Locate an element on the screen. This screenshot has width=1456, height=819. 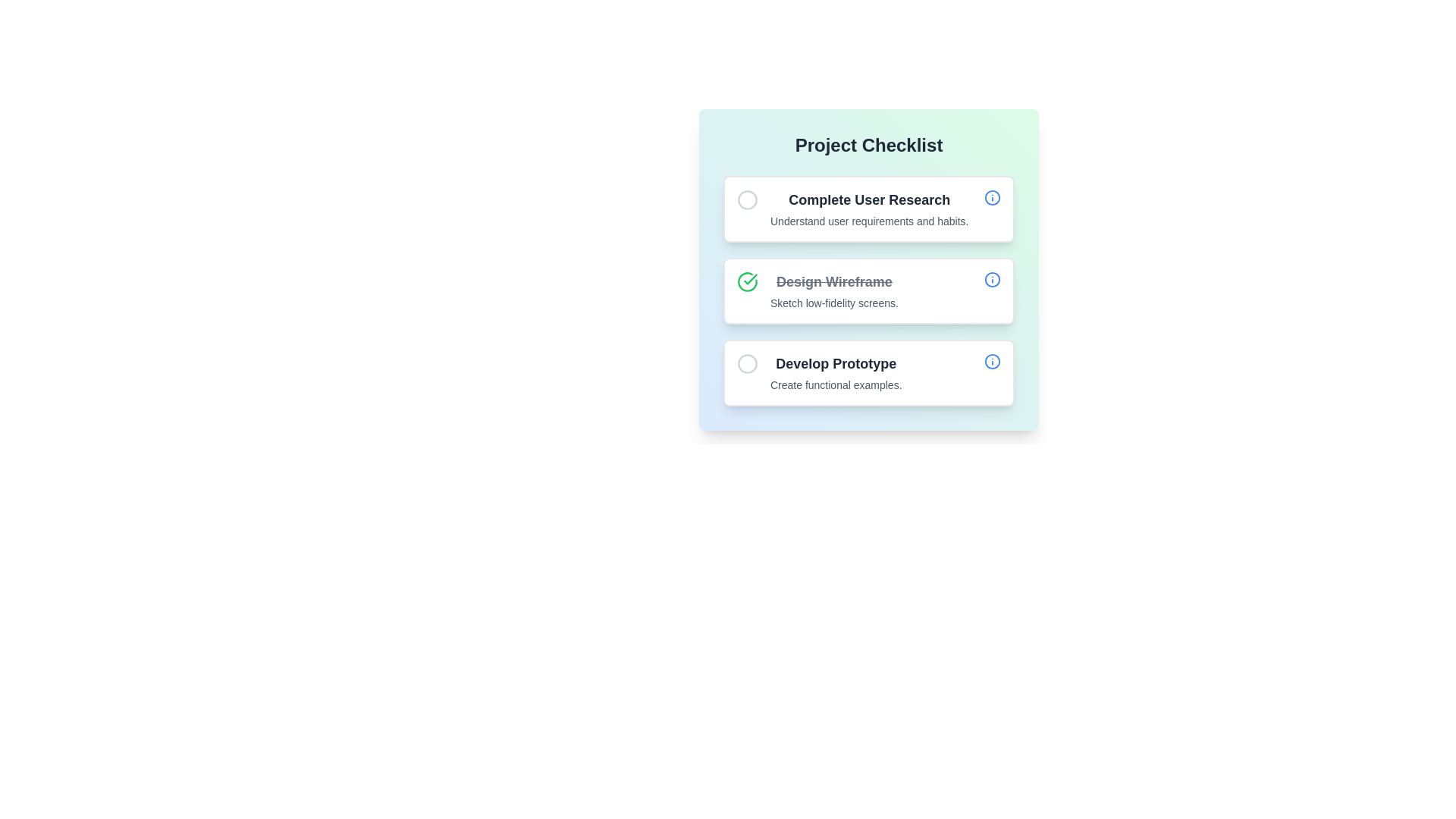
the circular component with a blue border located in the bottom-right corner of the 'Develop Prototype' checklist item, which resembles an information symbol is located at coordinates (993, 362).